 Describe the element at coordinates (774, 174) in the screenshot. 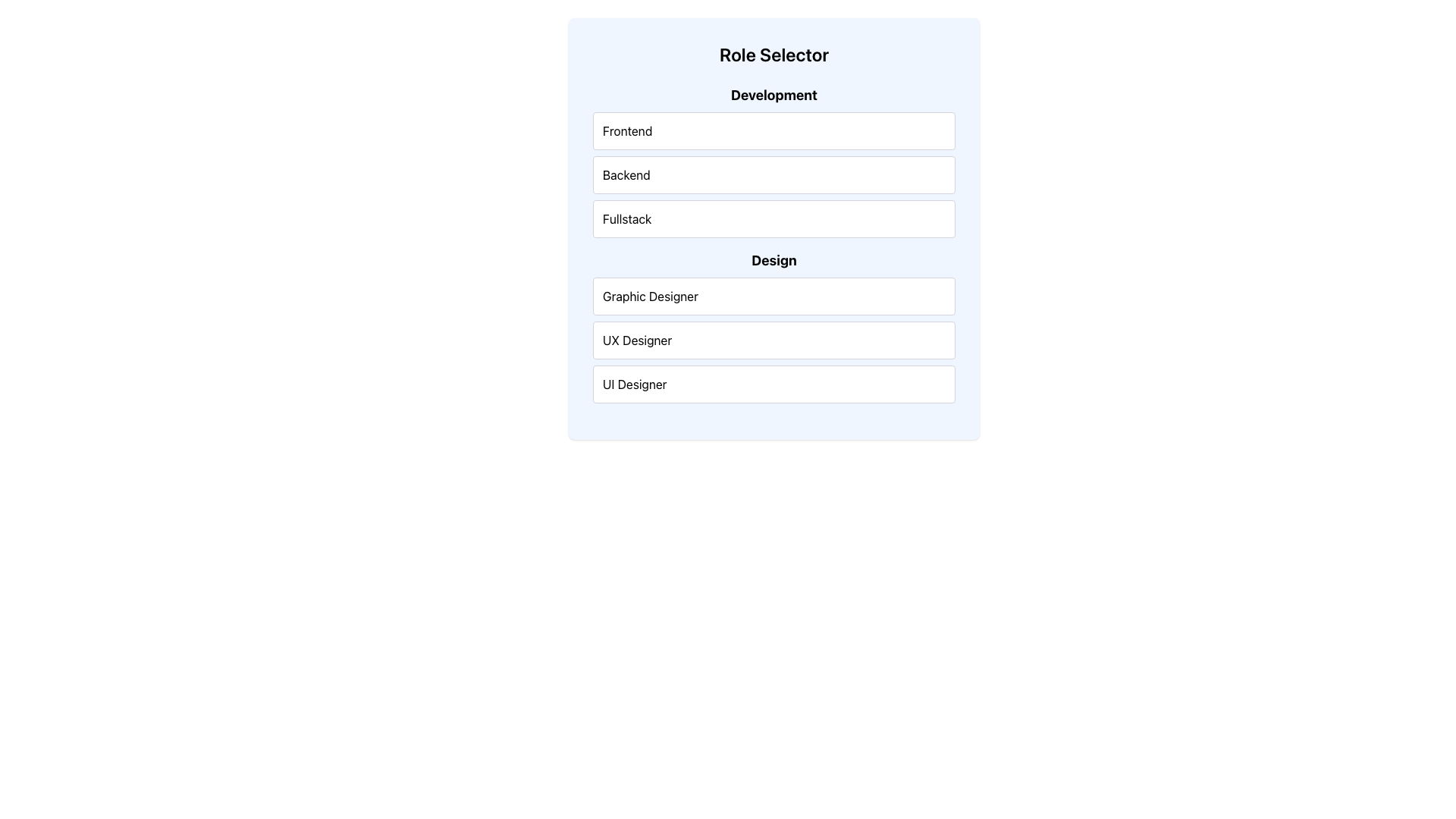

I see `the 'Backend' button, which is a rectangular component with a white background and rounded corners, located below the 'Frontend' button and above the 'Fullstack' button` at that location.